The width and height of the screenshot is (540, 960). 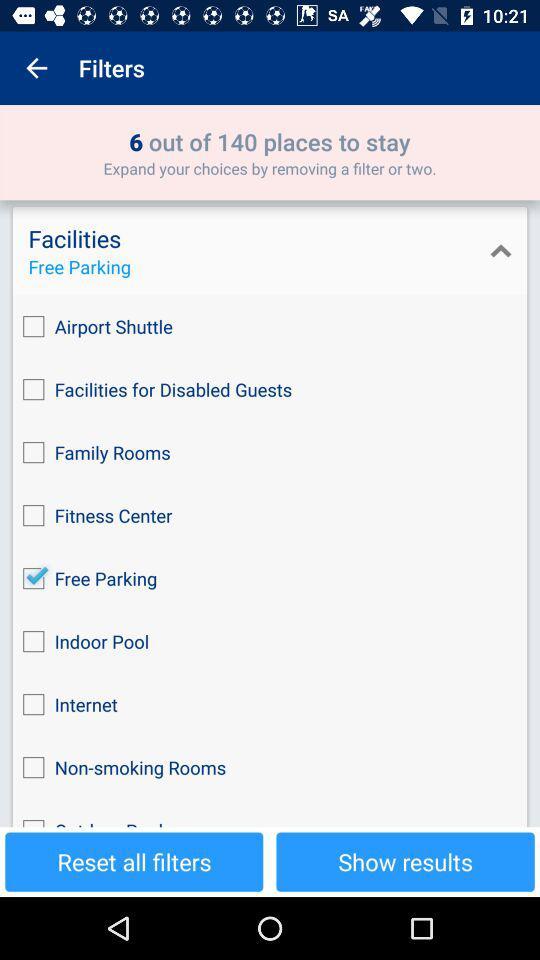 I want to click on the icon below the facilities for disabled item, so click(x=270, y=452).